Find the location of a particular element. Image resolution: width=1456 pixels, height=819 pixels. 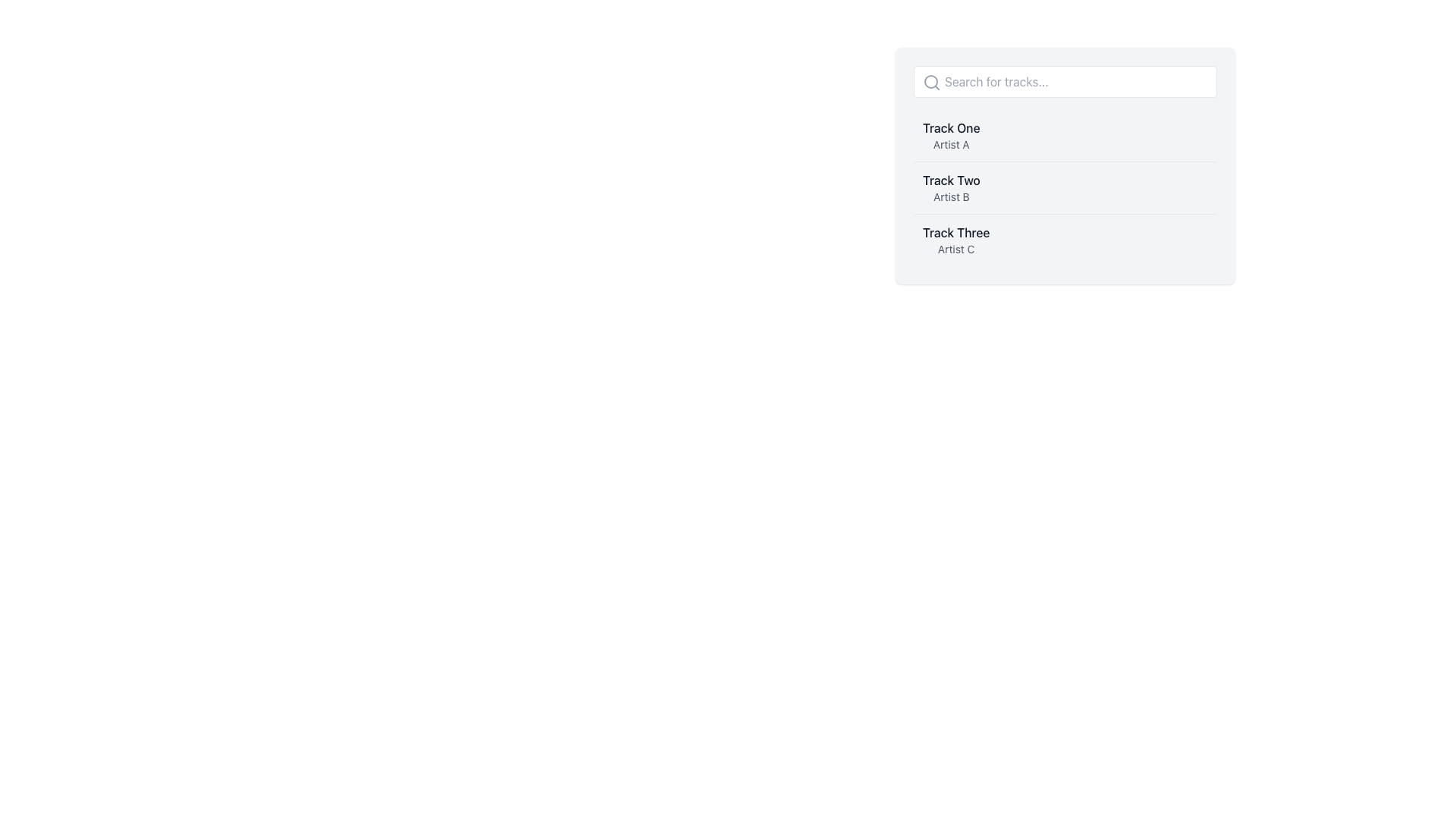

the first list item labeled 'Track One' by 'Artist A', which features a light background and a hover effect is located at coordinates (1065, 134).